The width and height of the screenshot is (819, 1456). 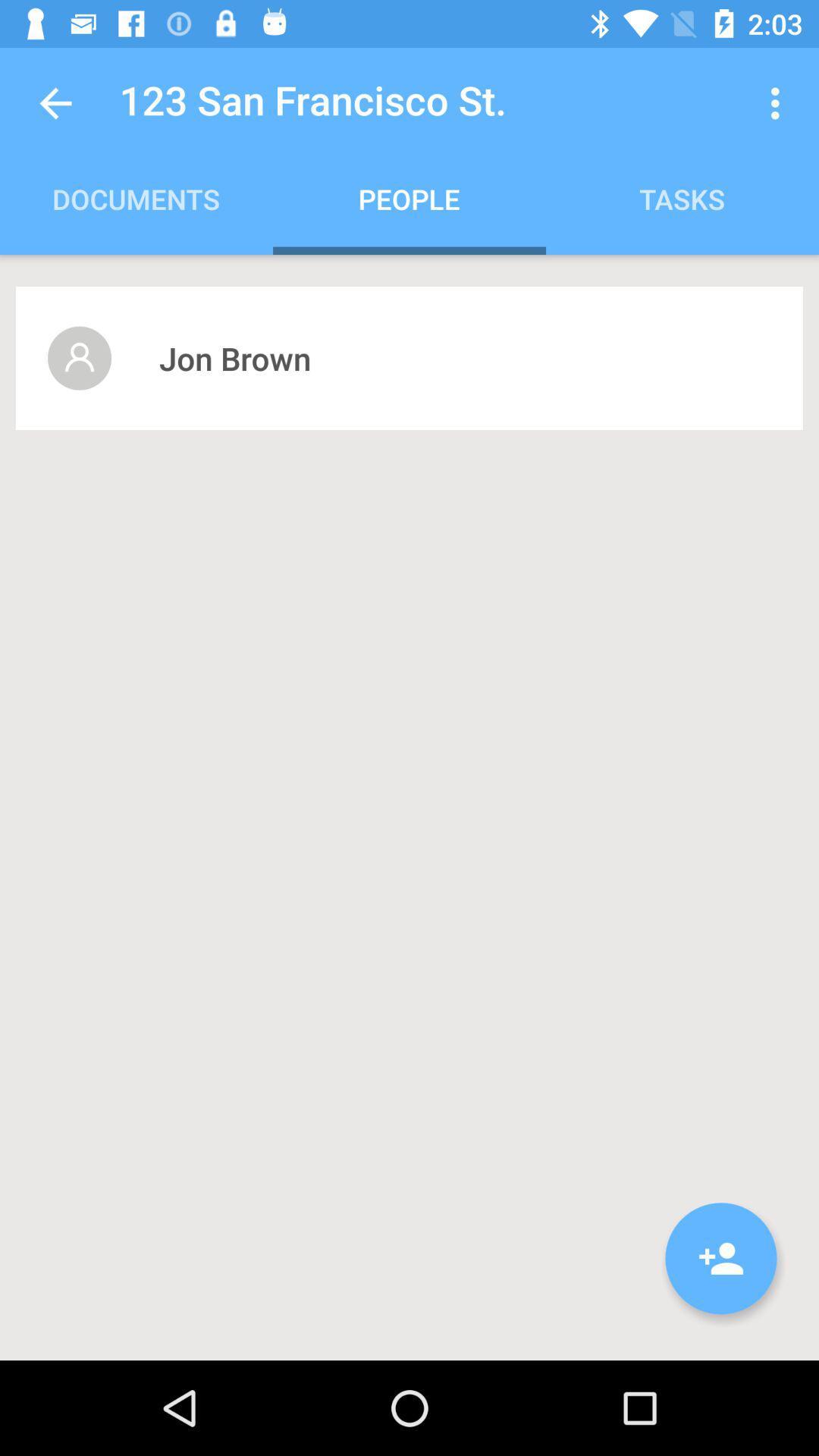 I want to click on icon next to the 123 san francisco icon, so click(x=55, y=102).